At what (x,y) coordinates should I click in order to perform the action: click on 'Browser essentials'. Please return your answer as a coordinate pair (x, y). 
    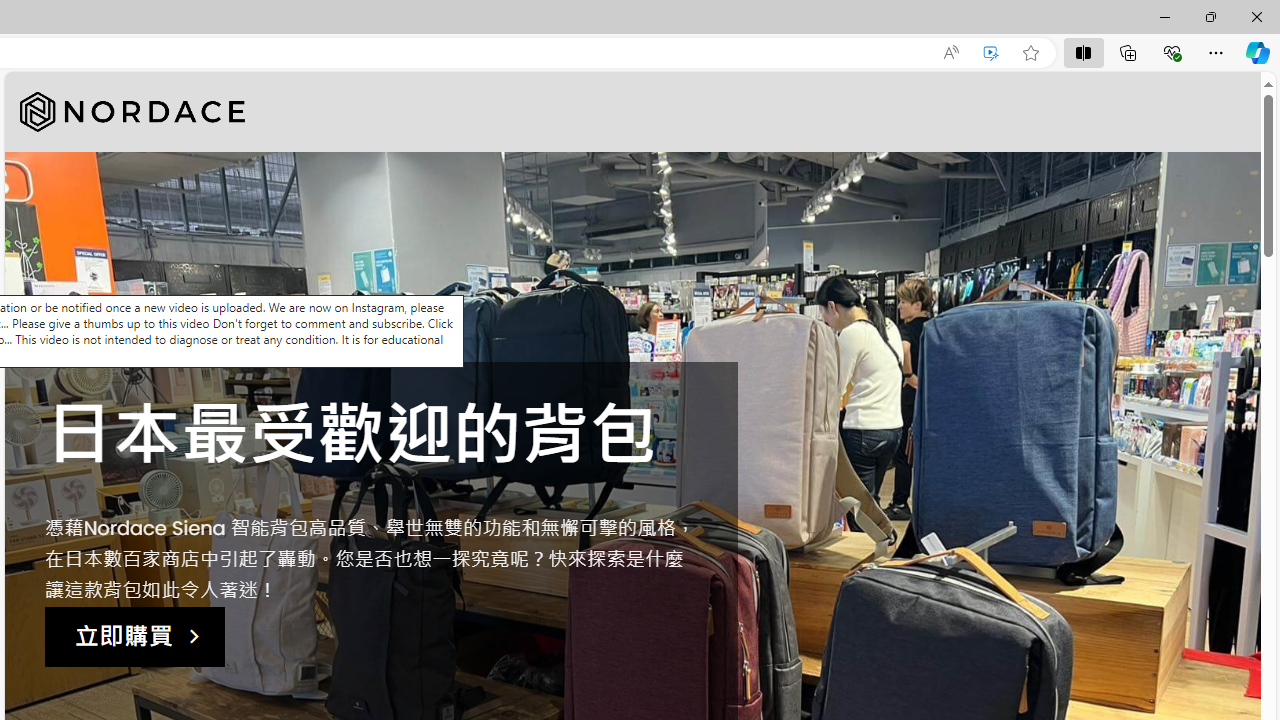
    Looking at the image, I should click on (1171, 51).